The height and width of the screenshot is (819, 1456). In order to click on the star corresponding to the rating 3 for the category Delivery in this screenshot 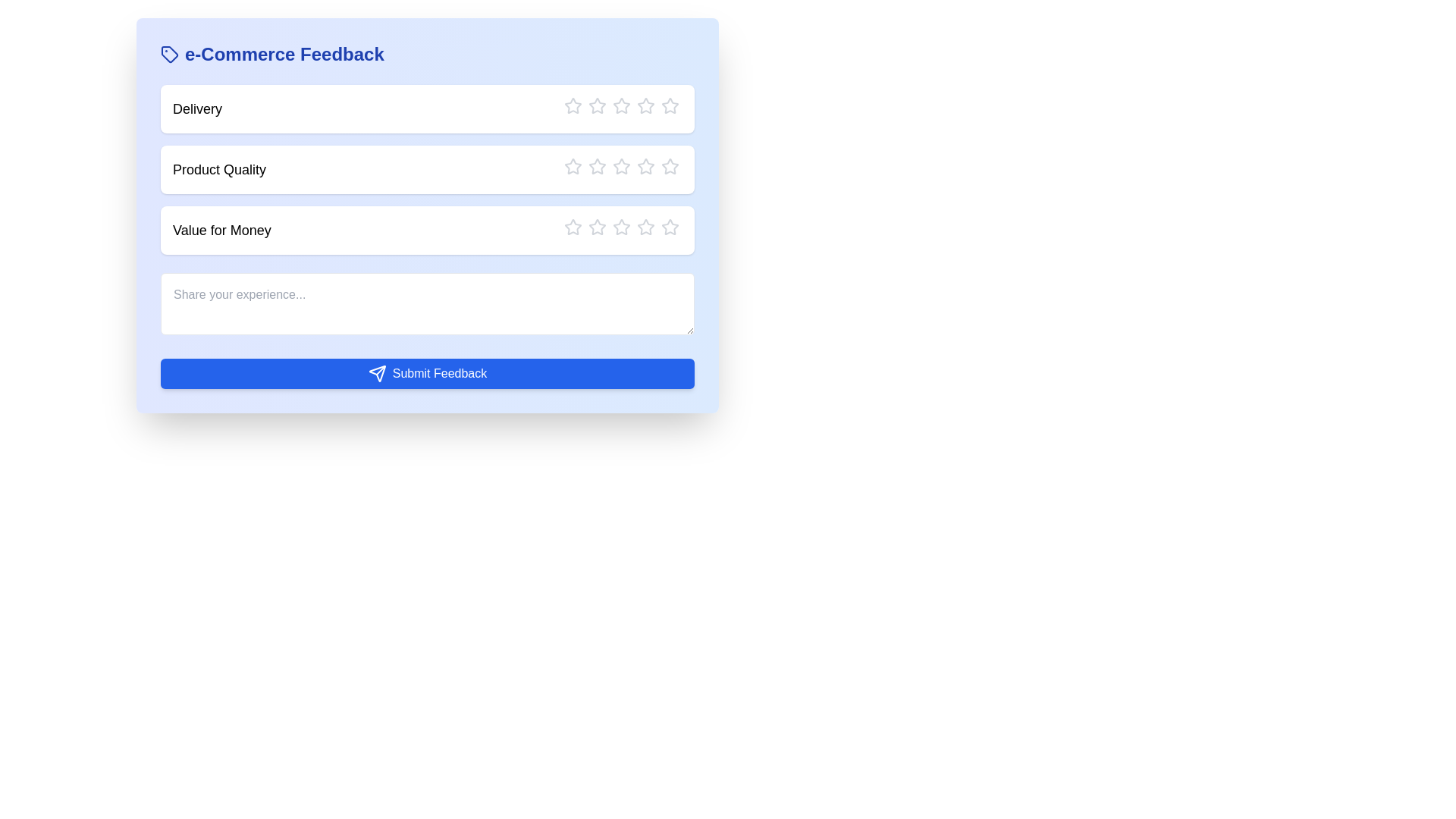, I will do `click(612, 105)`.